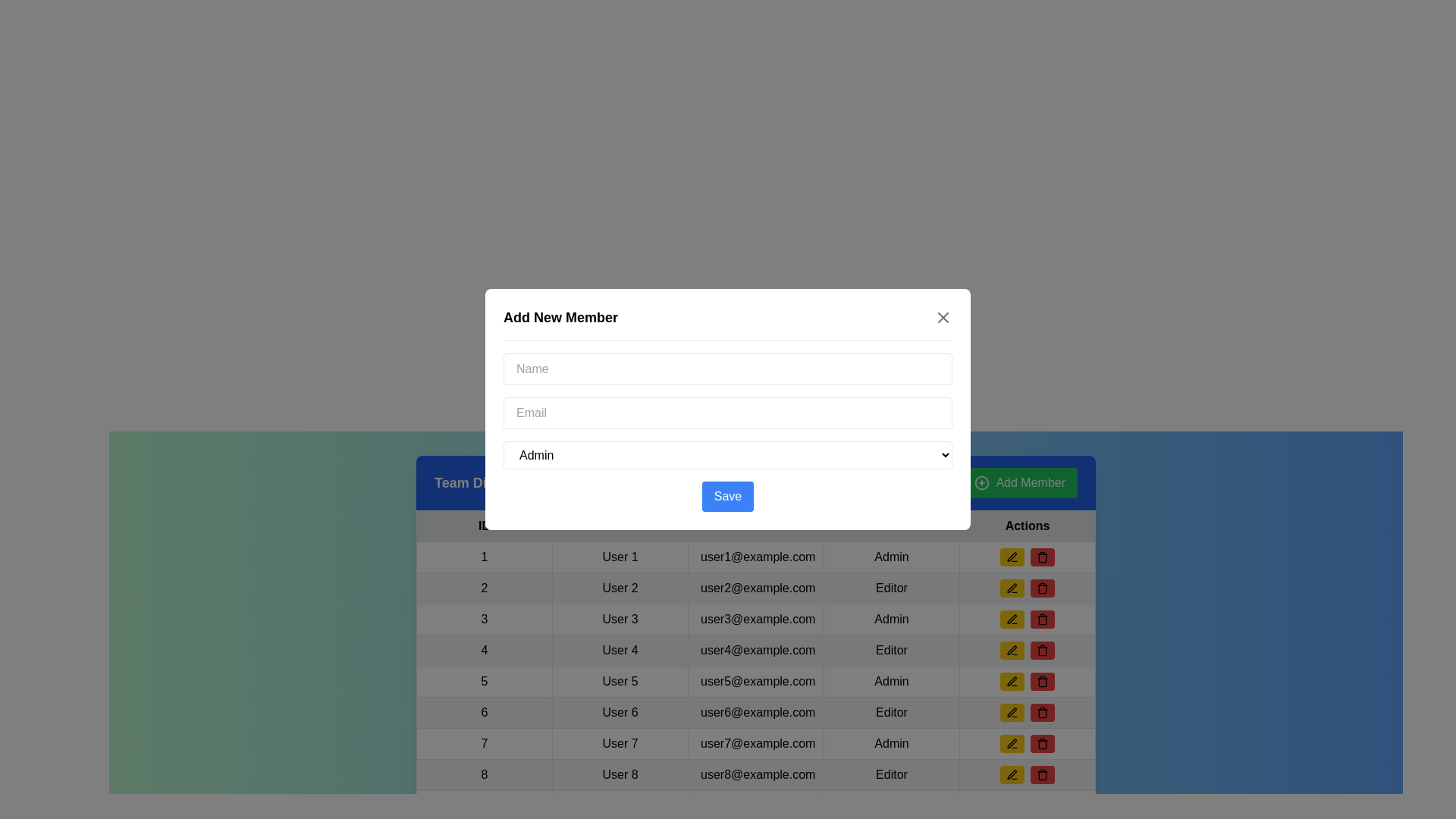  What do you see at coordinates (1012, 649) in the screenshot?
I see `the pen icon button with a yellow background located in the 'Actions' column of the fourth row of the user table` at bounding box center [1012, 649].